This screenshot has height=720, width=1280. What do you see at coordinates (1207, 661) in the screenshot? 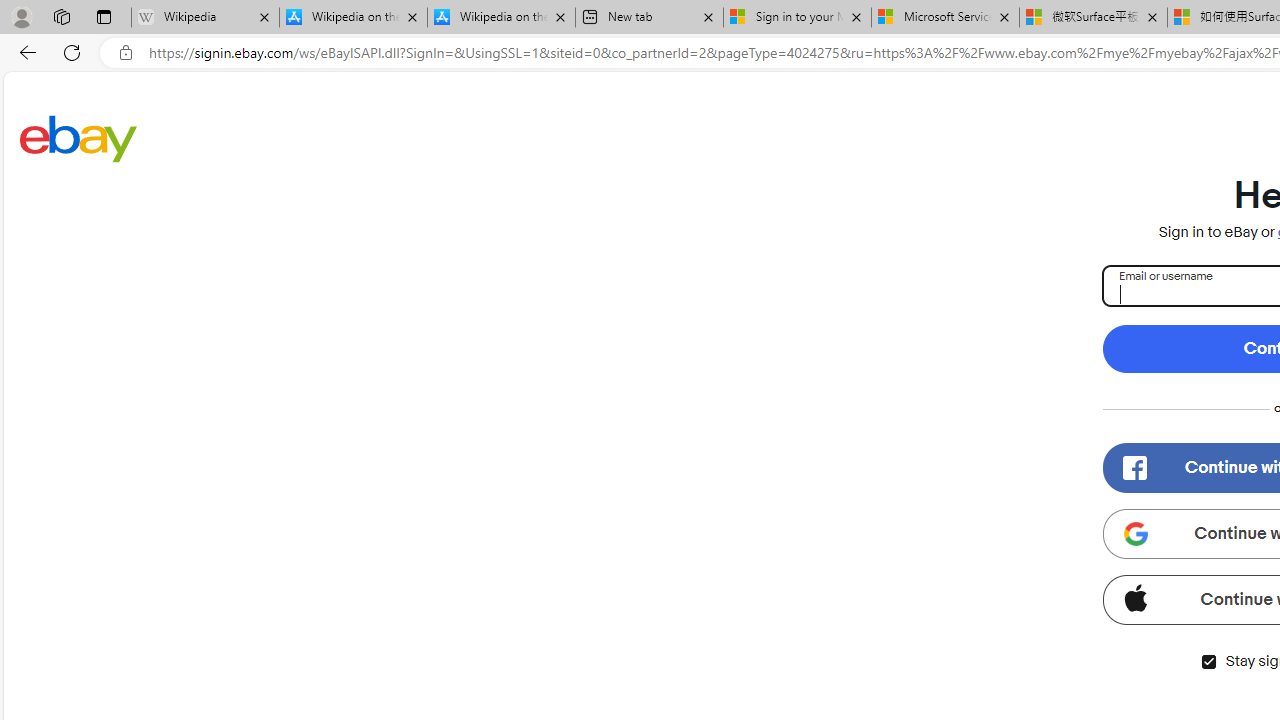
I see `'Stay signed in'` at bounding box center [1207, 661].